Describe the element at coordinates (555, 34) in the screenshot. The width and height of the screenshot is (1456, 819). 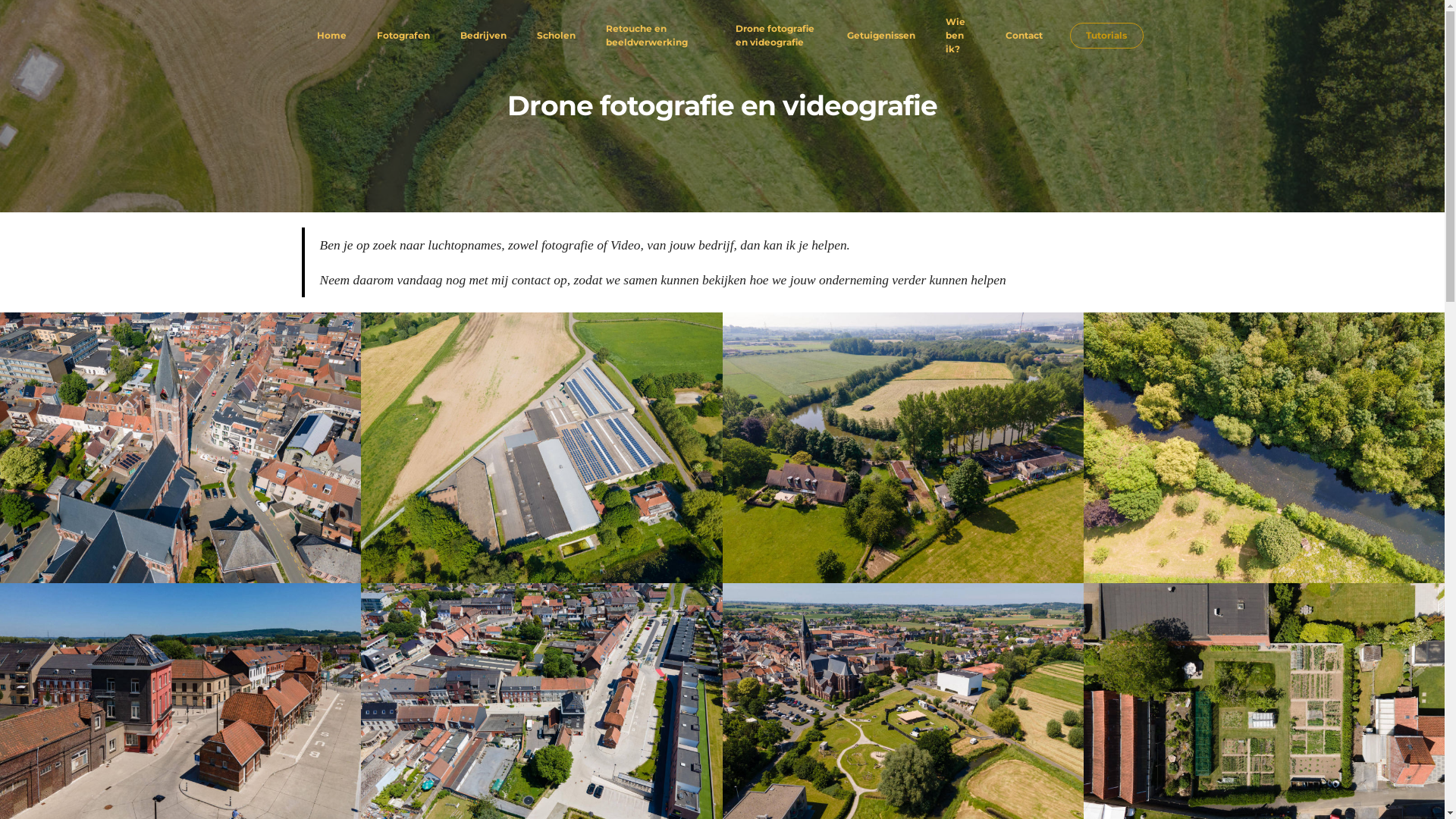
I see `'Scholen'` at that location.